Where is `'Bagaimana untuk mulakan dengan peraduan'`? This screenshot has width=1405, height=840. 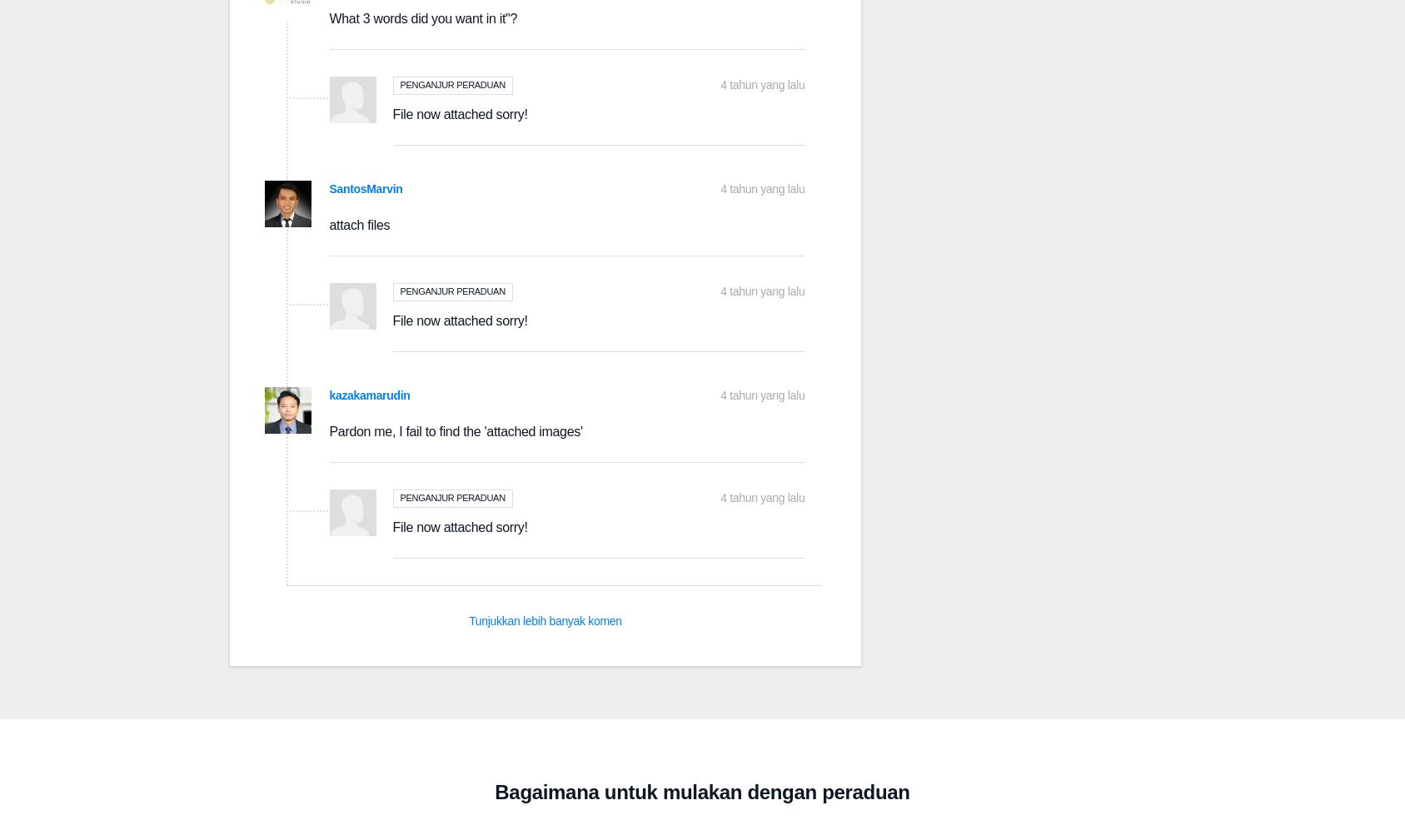 'Bagaimana untuk mulakan dengan peraduan' is located at coordinates (700, 792).